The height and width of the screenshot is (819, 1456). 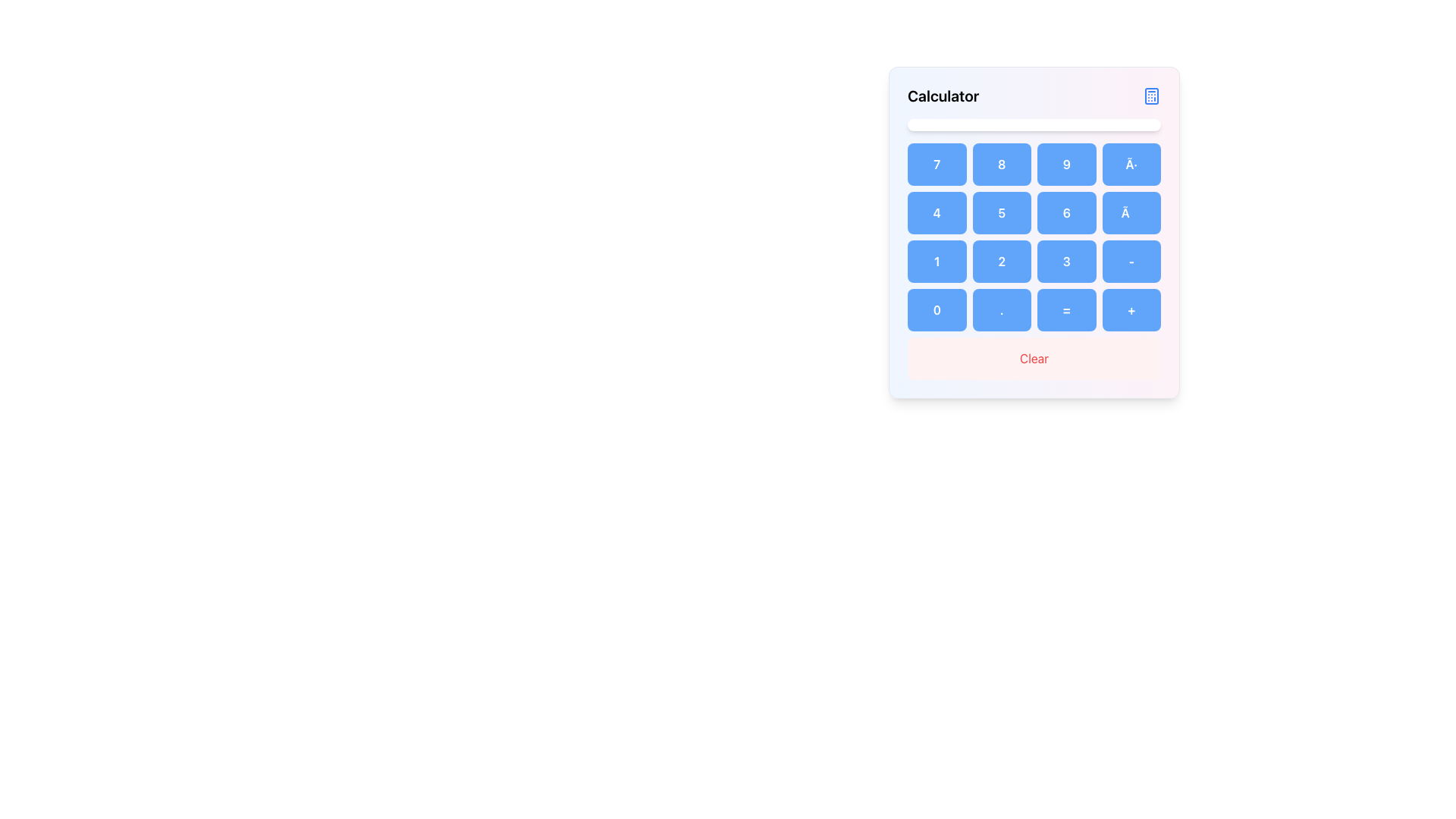 What do you see at coordinates (936, 260) in the screenshot?
I see `the button with a blue background and the bold text '1' located in the third row, first column of a 4-column grid to input the digit '1'` at bounding box center [936, 260].